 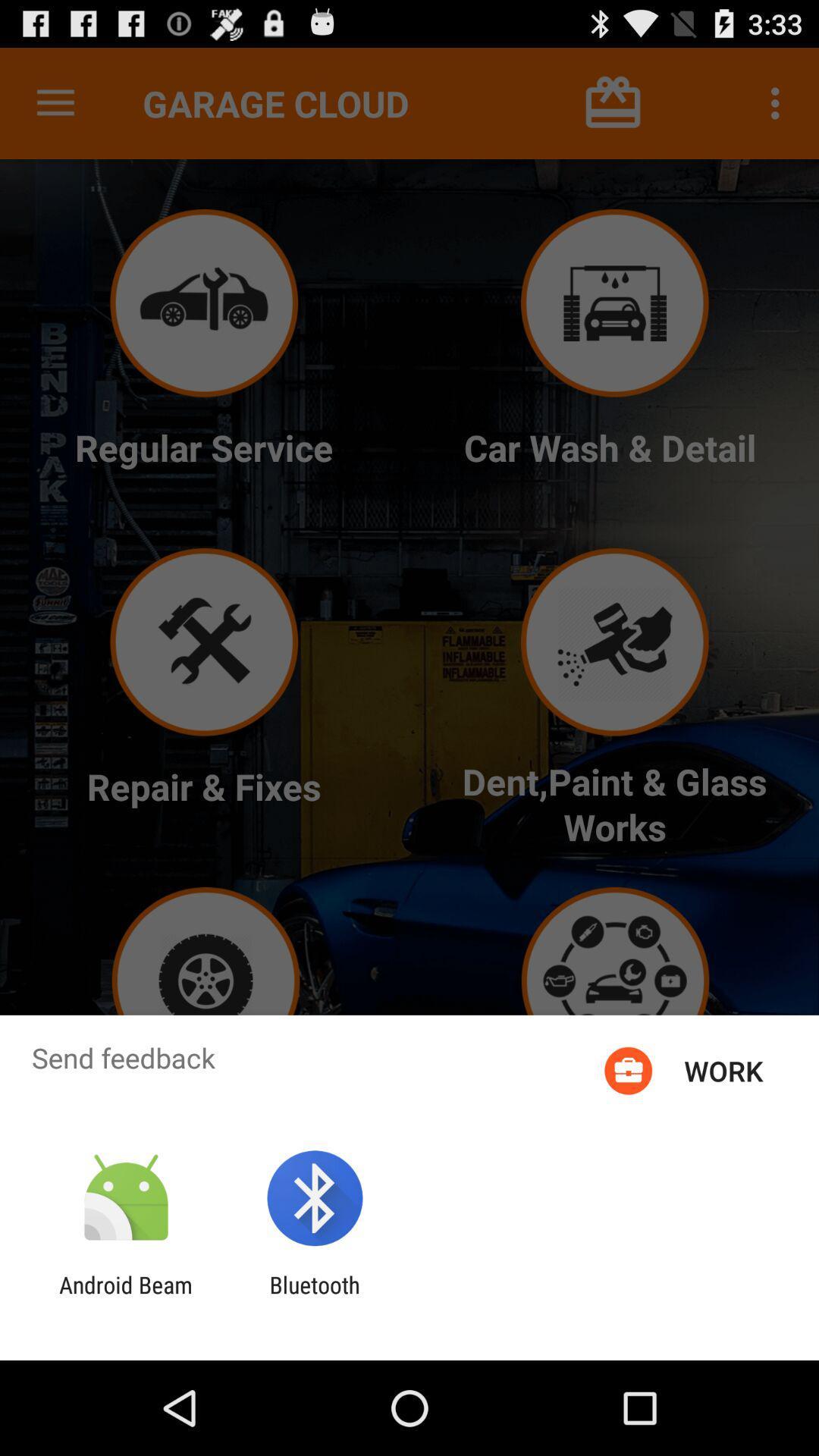 What do you see at coordinates (314, 1298) in the screenshot?
I see `the bluetooth app` at bounding box center [314, 1298].